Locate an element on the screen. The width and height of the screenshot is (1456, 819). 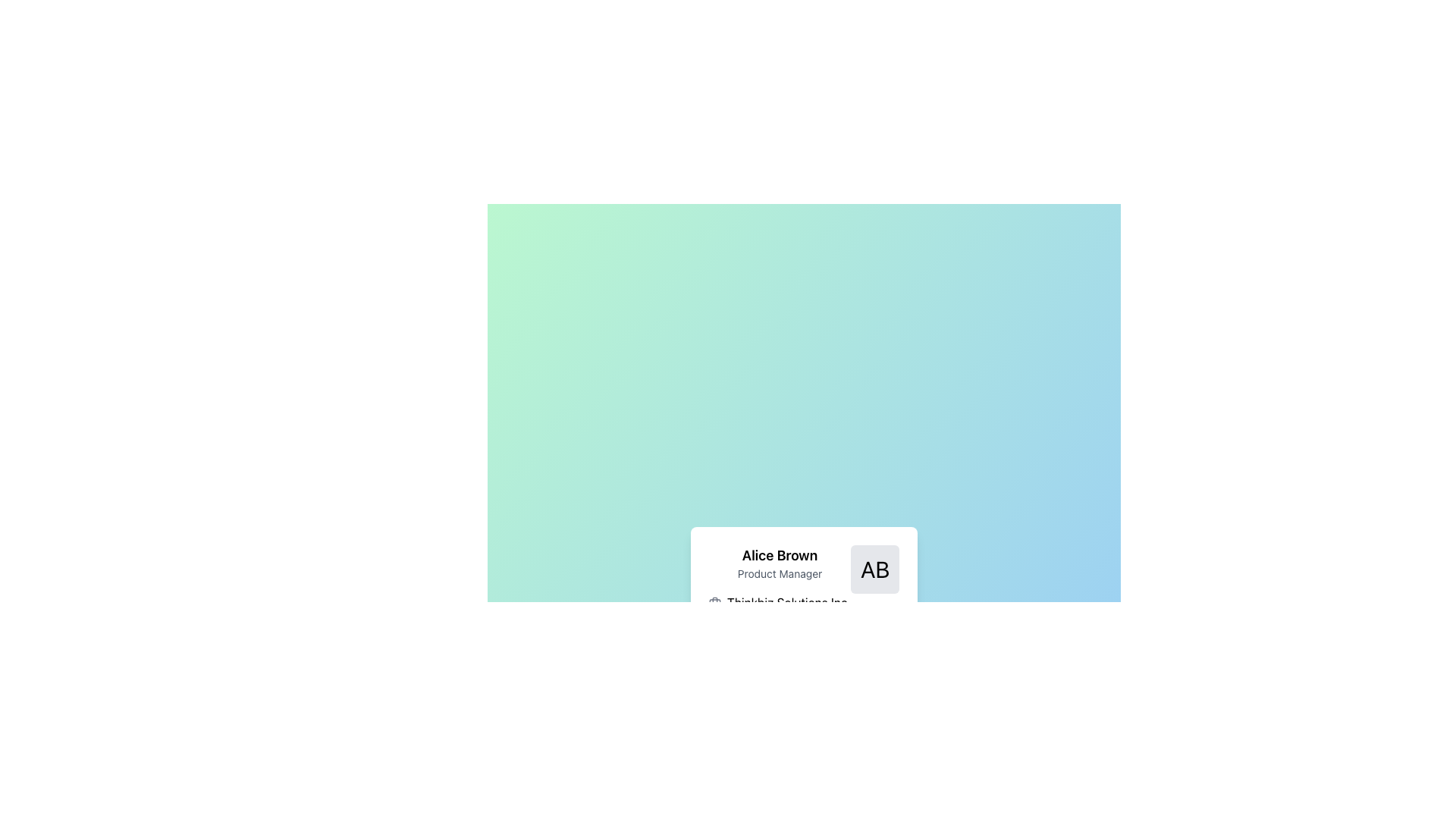
the Text Label identifying 'Thinkbiz Solutions Inc.' located below the 'Product Manager' text and to the right of the briefcase icon is located at coordinates (789, 601).